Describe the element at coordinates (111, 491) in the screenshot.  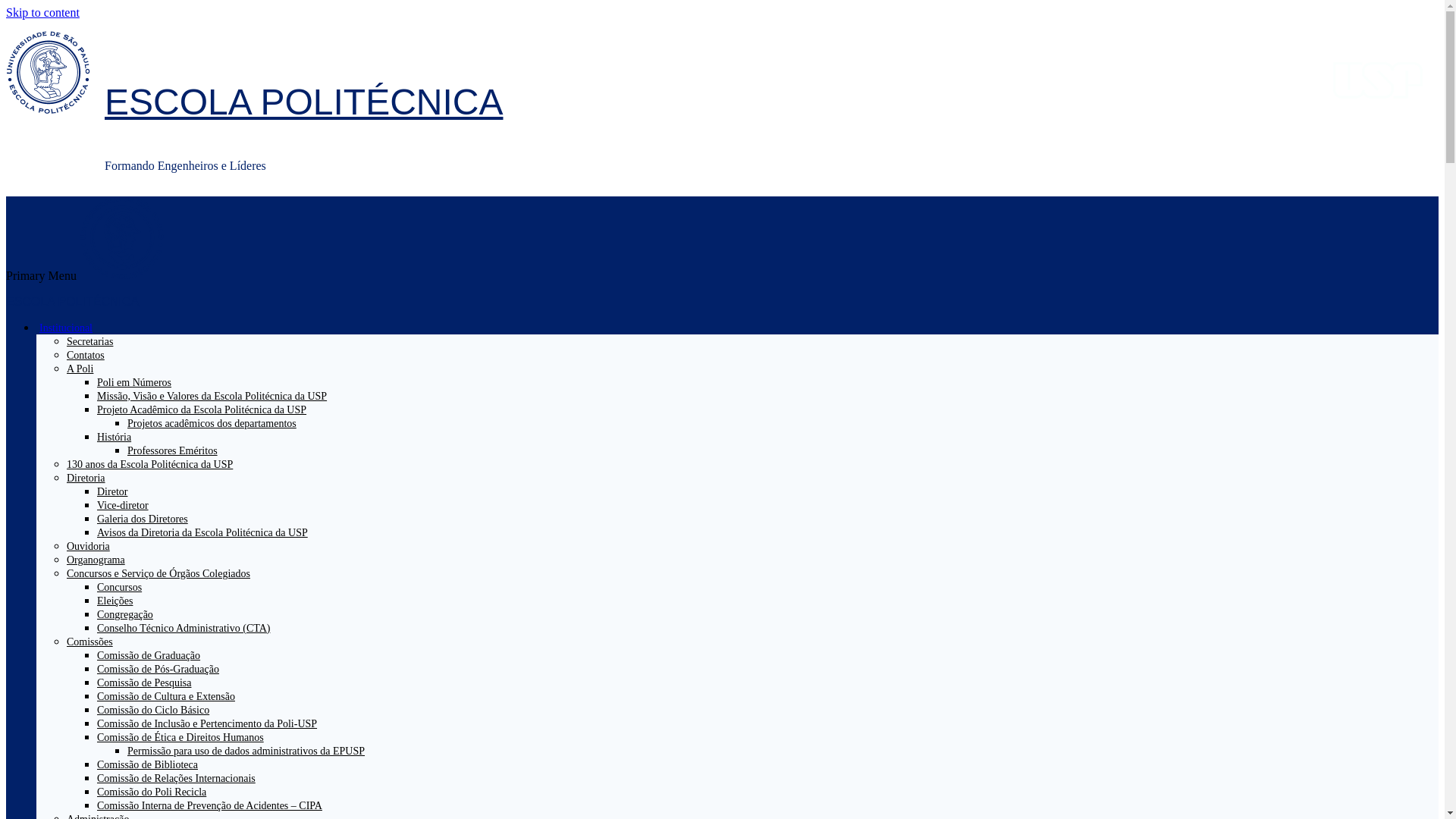
I see `'Diretor'` at that location.